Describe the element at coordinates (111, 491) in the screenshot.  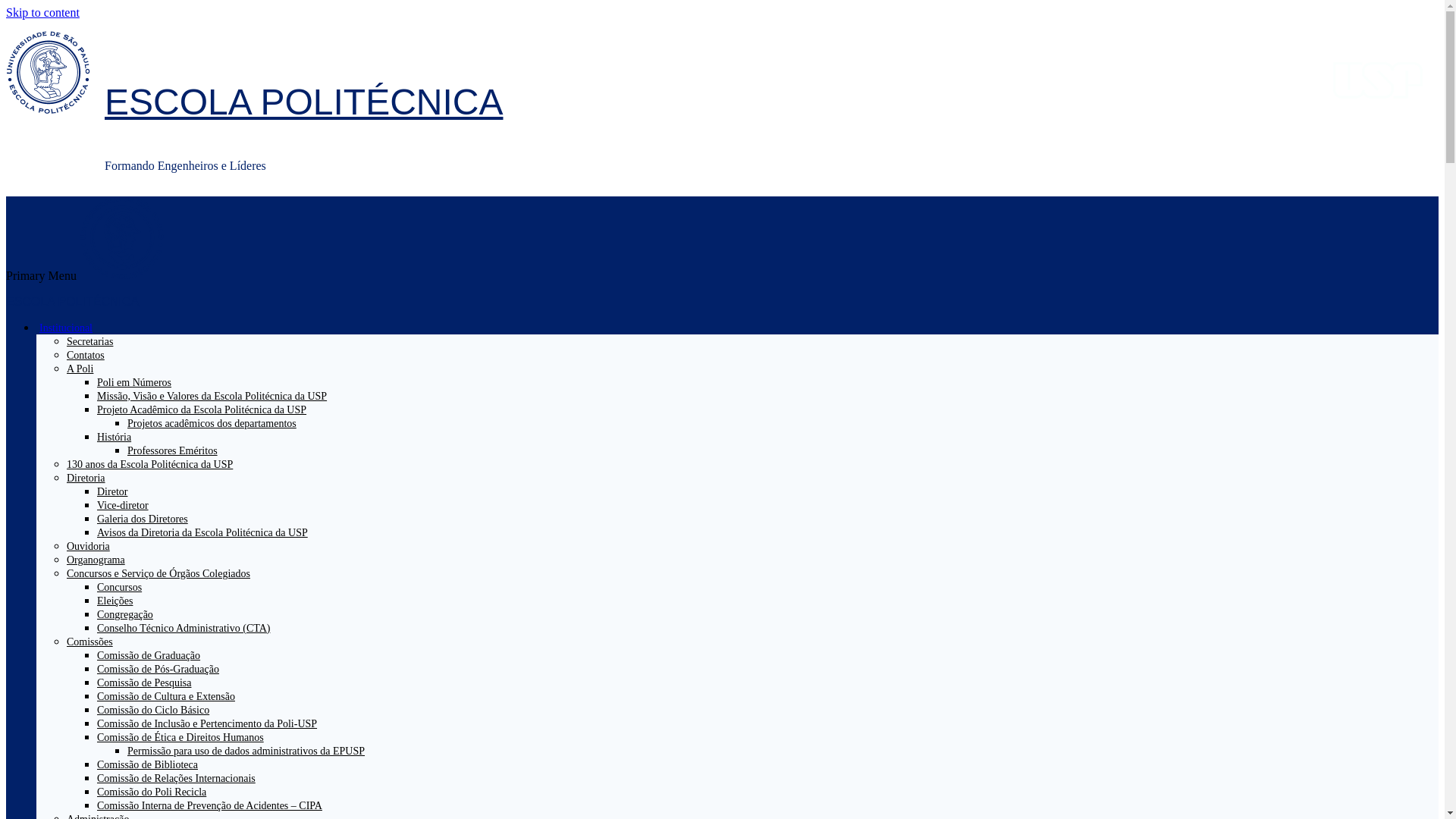
I see `'Diretor'` at that location.